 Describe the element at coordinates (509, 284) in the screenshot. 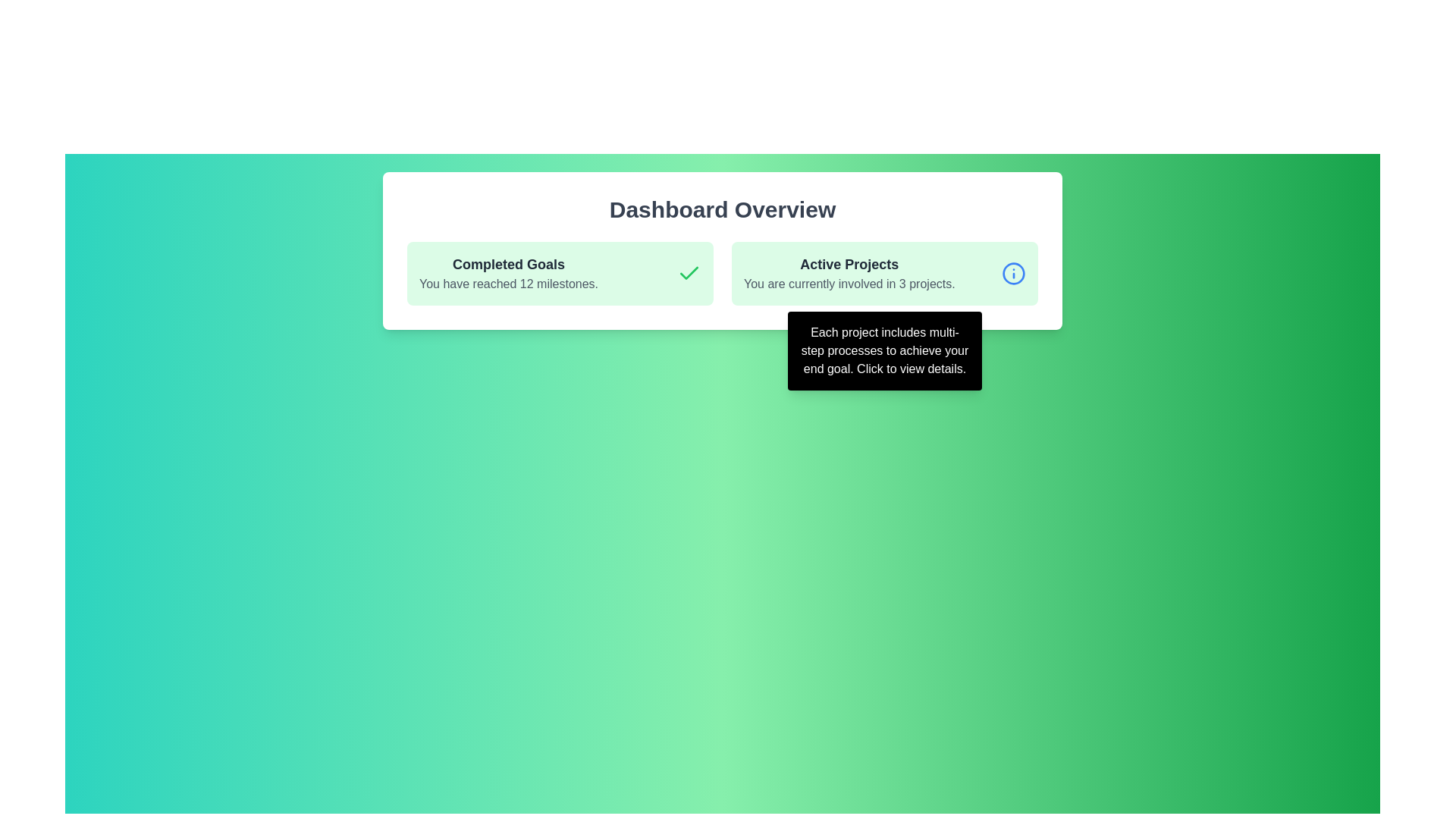

I see `the static text element that reads 'You have reached 12 milestones.' styled with a gray font on a greenish background, located under the title 'Completed Goals.'` at that location.